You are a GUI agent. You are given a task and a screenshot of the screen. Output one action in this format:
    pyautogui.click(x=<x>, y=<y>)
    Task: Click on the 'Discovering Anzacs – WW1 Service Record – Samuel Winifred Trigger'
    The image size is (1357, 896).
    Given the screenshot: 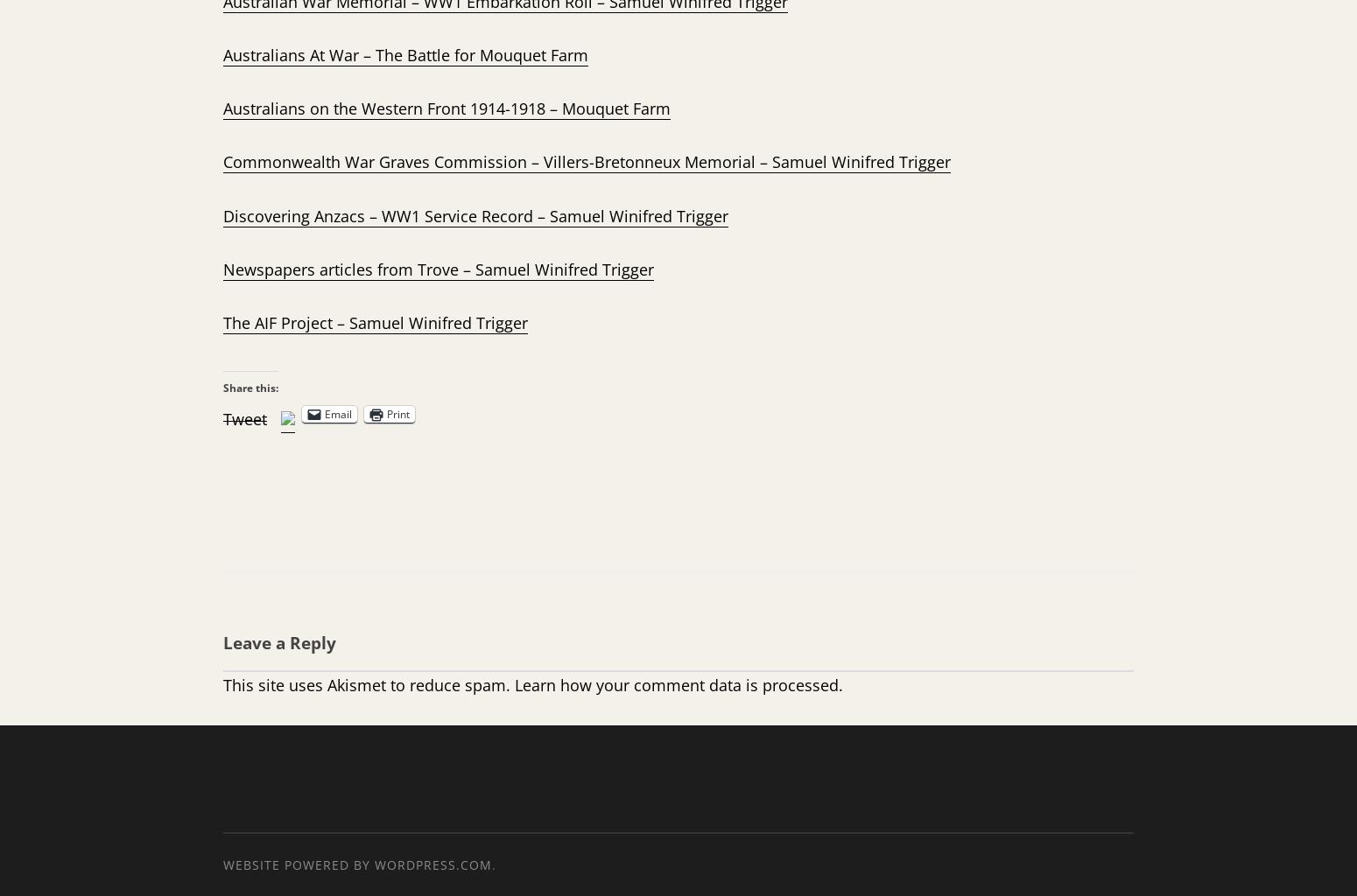 What is the action you would take?
    pyautogui.click(x=475, y=213)
    